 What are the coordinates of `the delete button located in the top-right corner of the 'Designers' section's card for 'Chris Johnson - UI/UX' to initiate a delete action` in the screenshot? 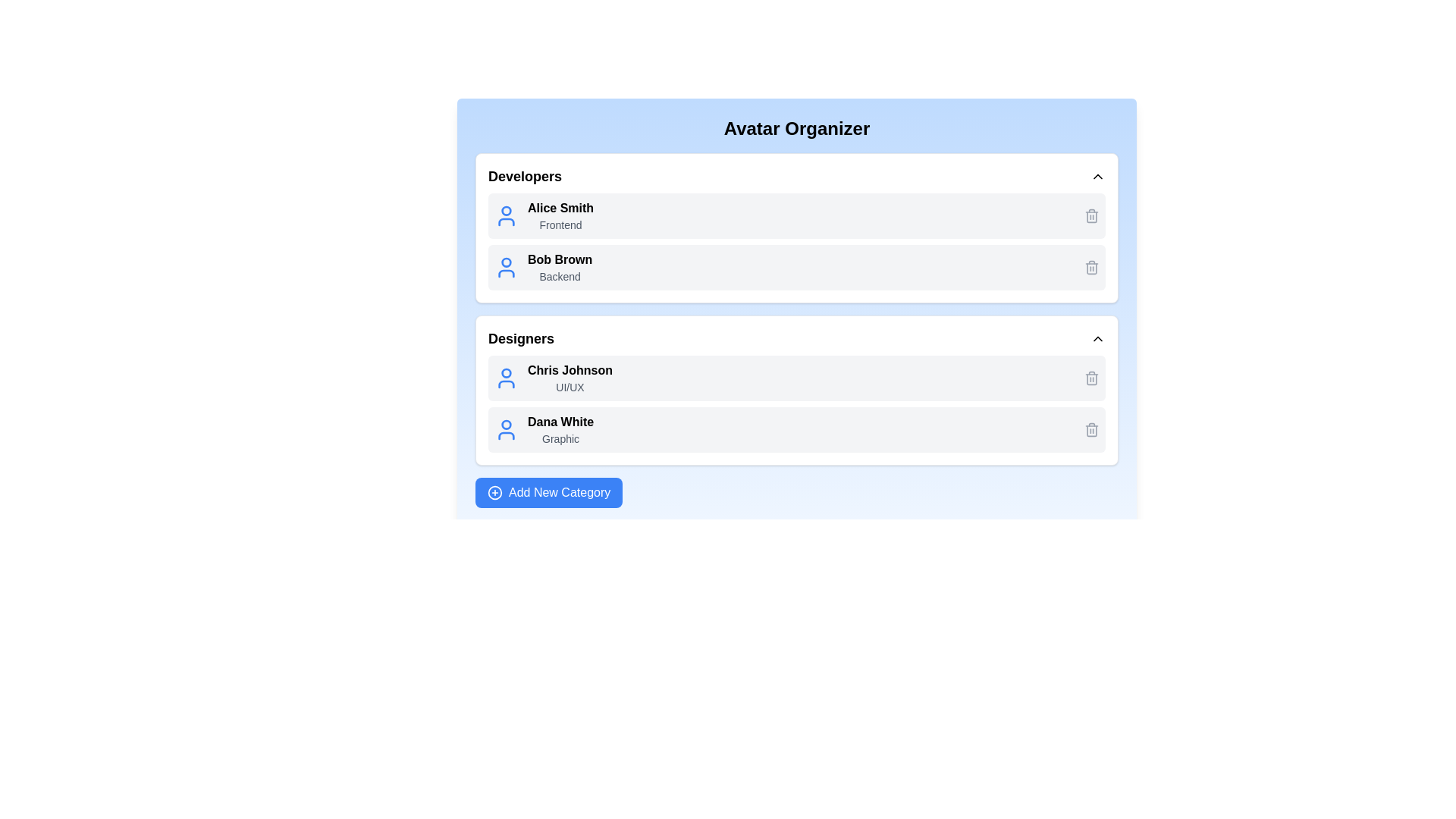 It's located at (1092, 377).